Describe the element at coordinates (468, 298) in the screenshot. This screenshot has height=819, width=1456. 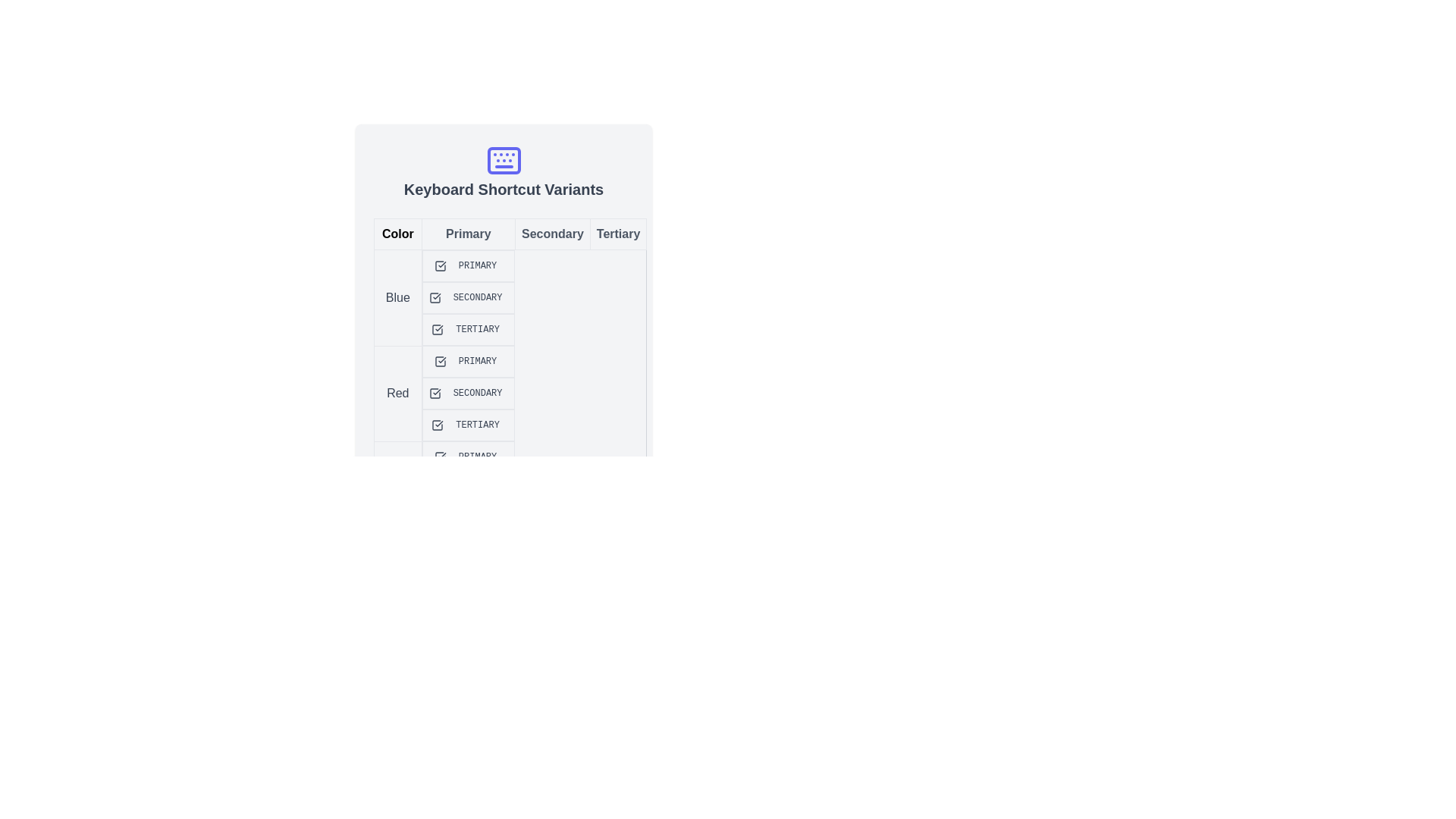
I see `the 'Secondary' text label in the 'Blue' section of the table` at that location.